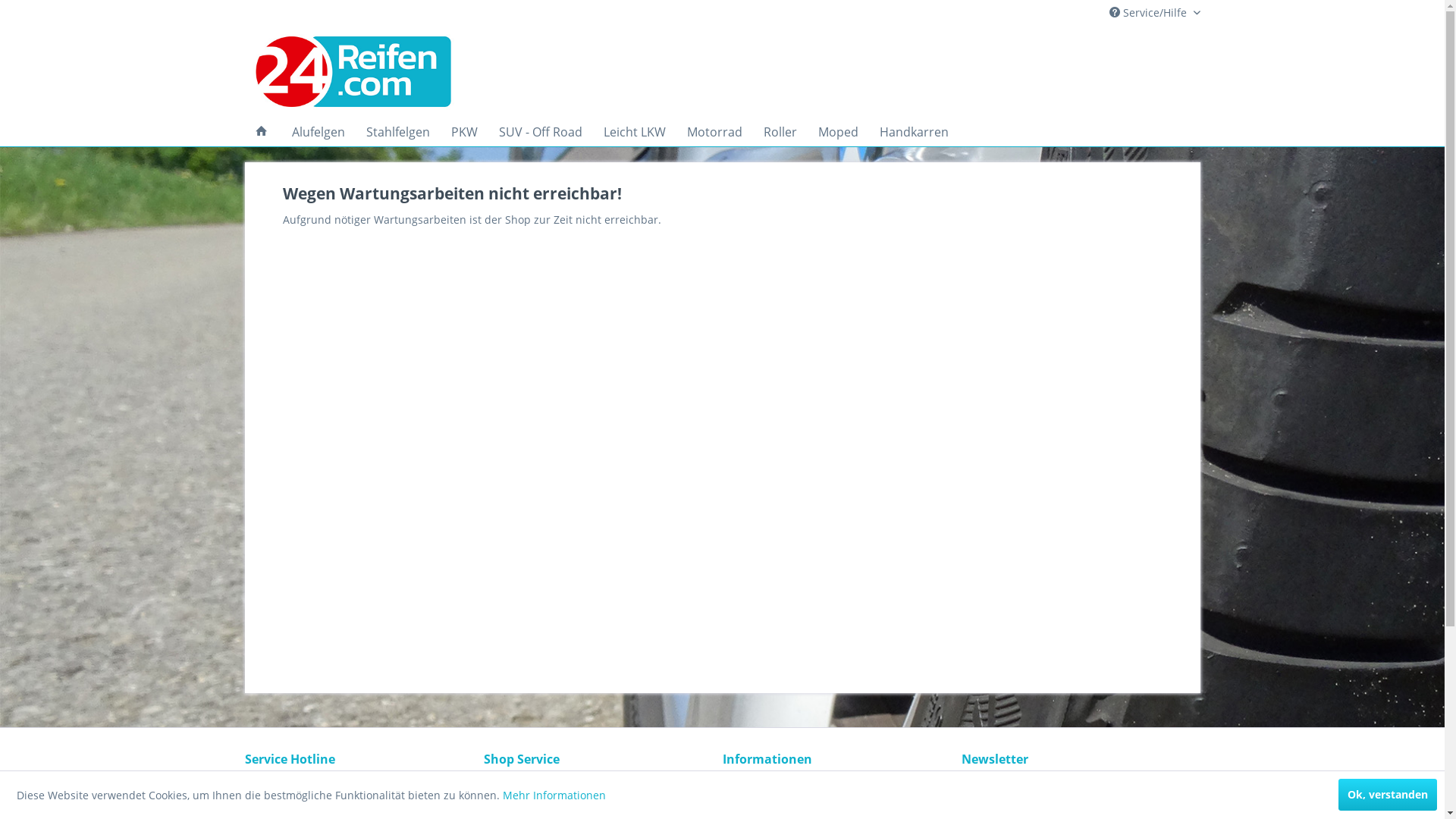  What do you see at coordinates (463, 130) in the screenshot?
I see `'PKW'` at bounding box center [463, 130].